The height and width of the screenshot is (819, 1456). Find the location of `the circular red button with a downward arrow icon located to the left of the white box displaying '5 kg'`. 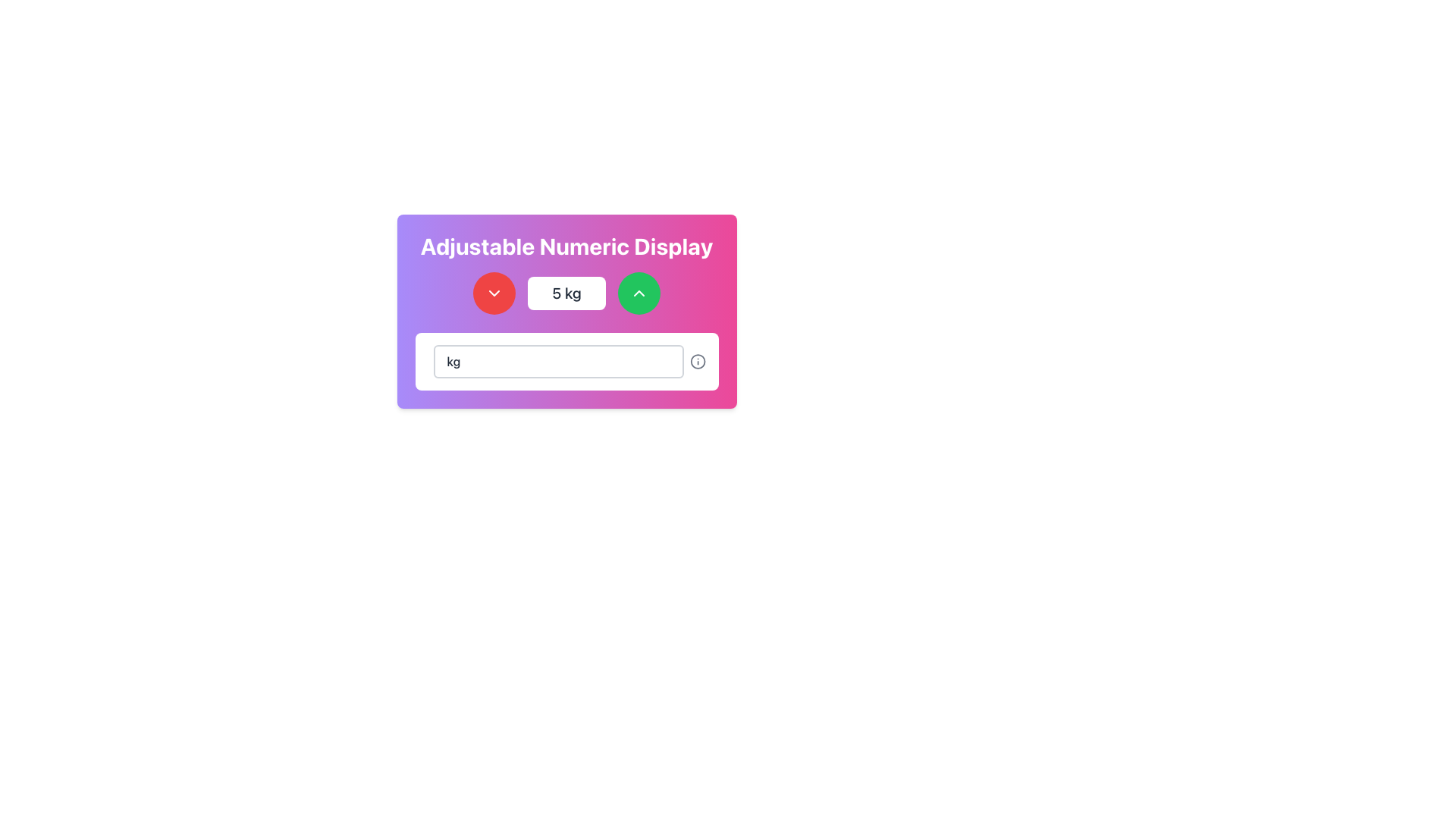

the circular red button with a downward arrow icon located to the left of the white box displaying '5 kg' is located at coordinates (494, 293).